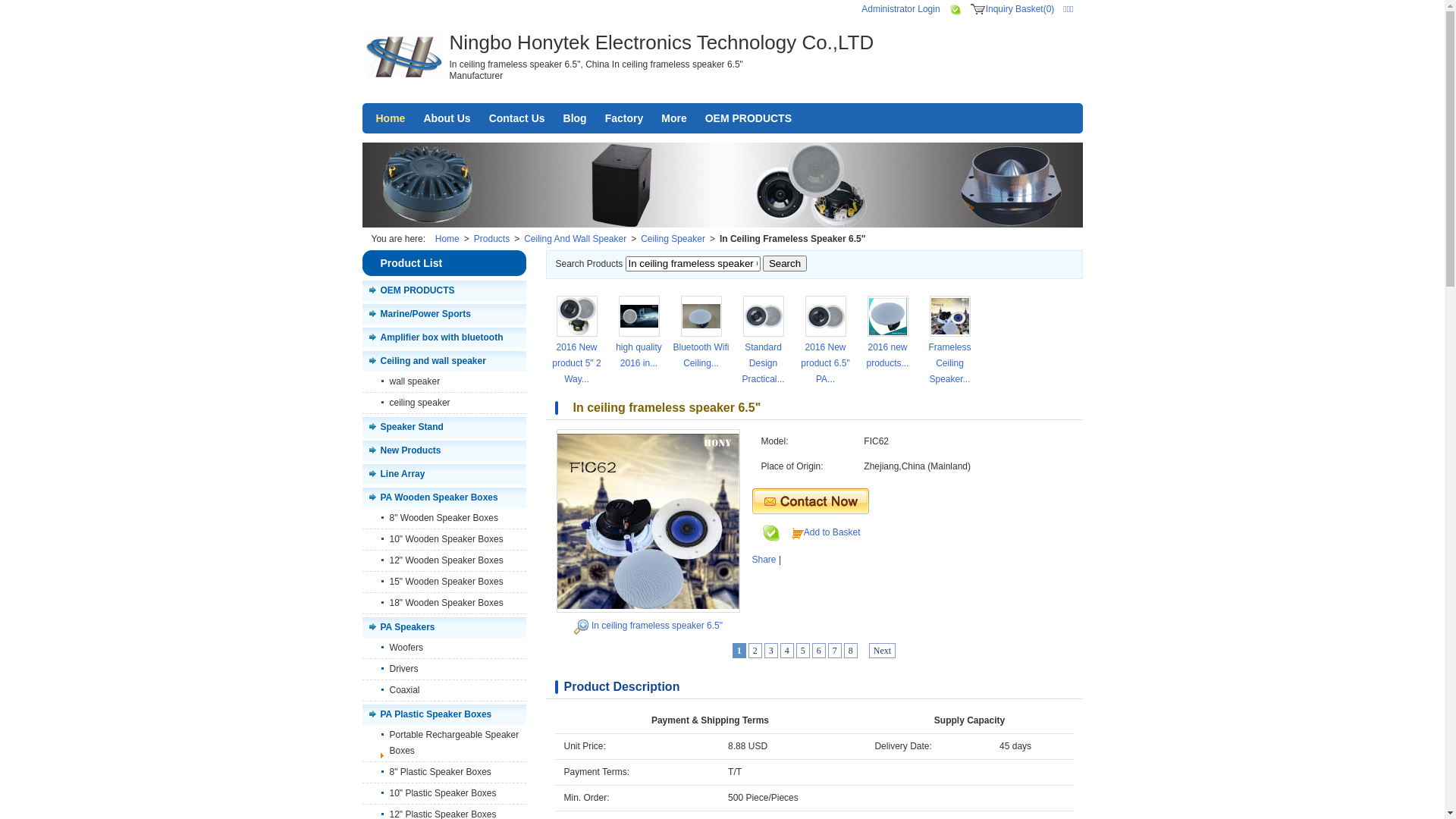 The width and height of the screenshot is (1456, 819). What do you see at coordinates (763, 362) in the screenshot?
I see `'Standard Design Practical...'` at bounding box center [763, 362].